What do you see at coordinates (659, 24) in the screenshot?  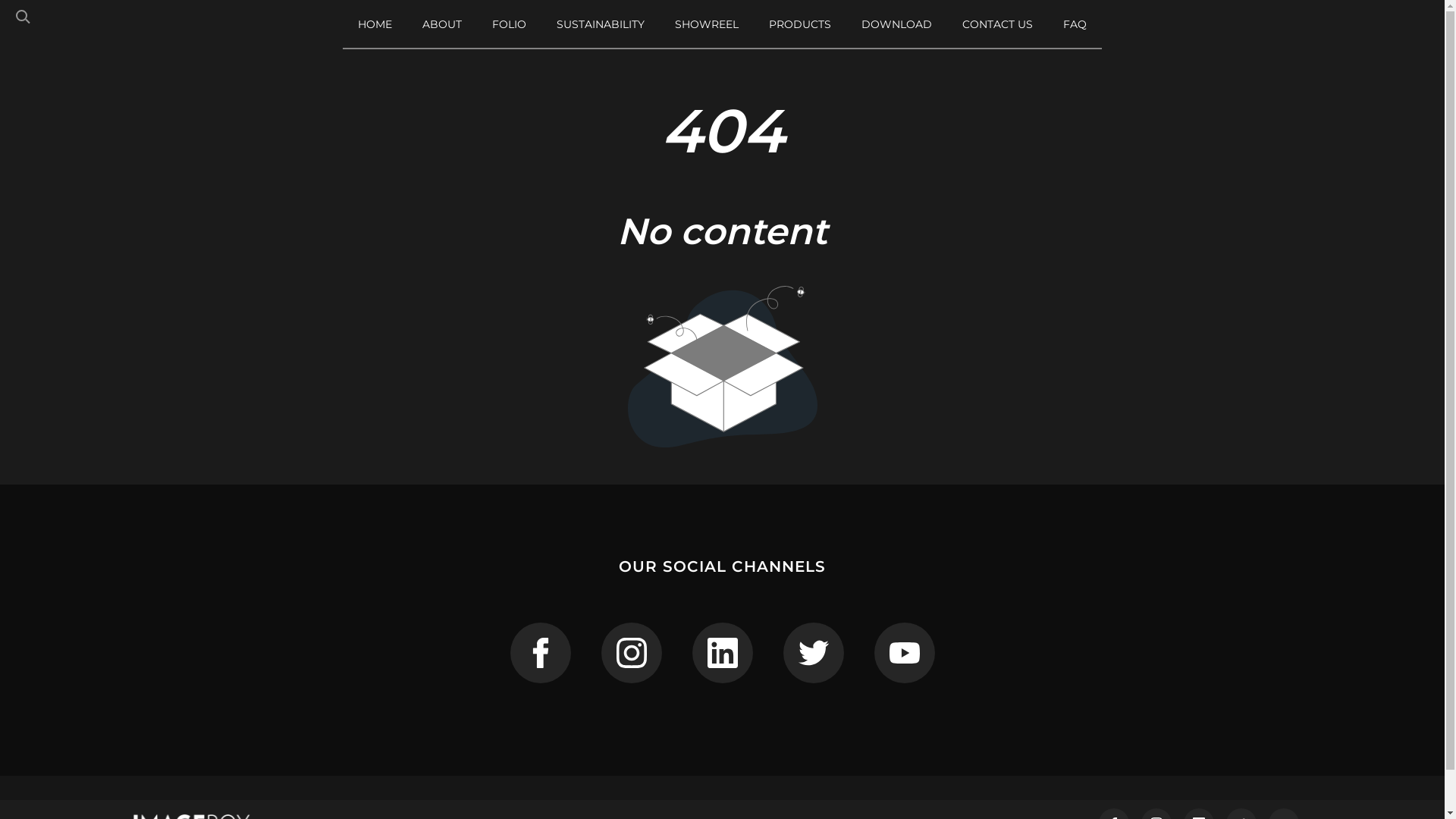 I see `'SHOWREEL'` at bounding box center [659, 24].